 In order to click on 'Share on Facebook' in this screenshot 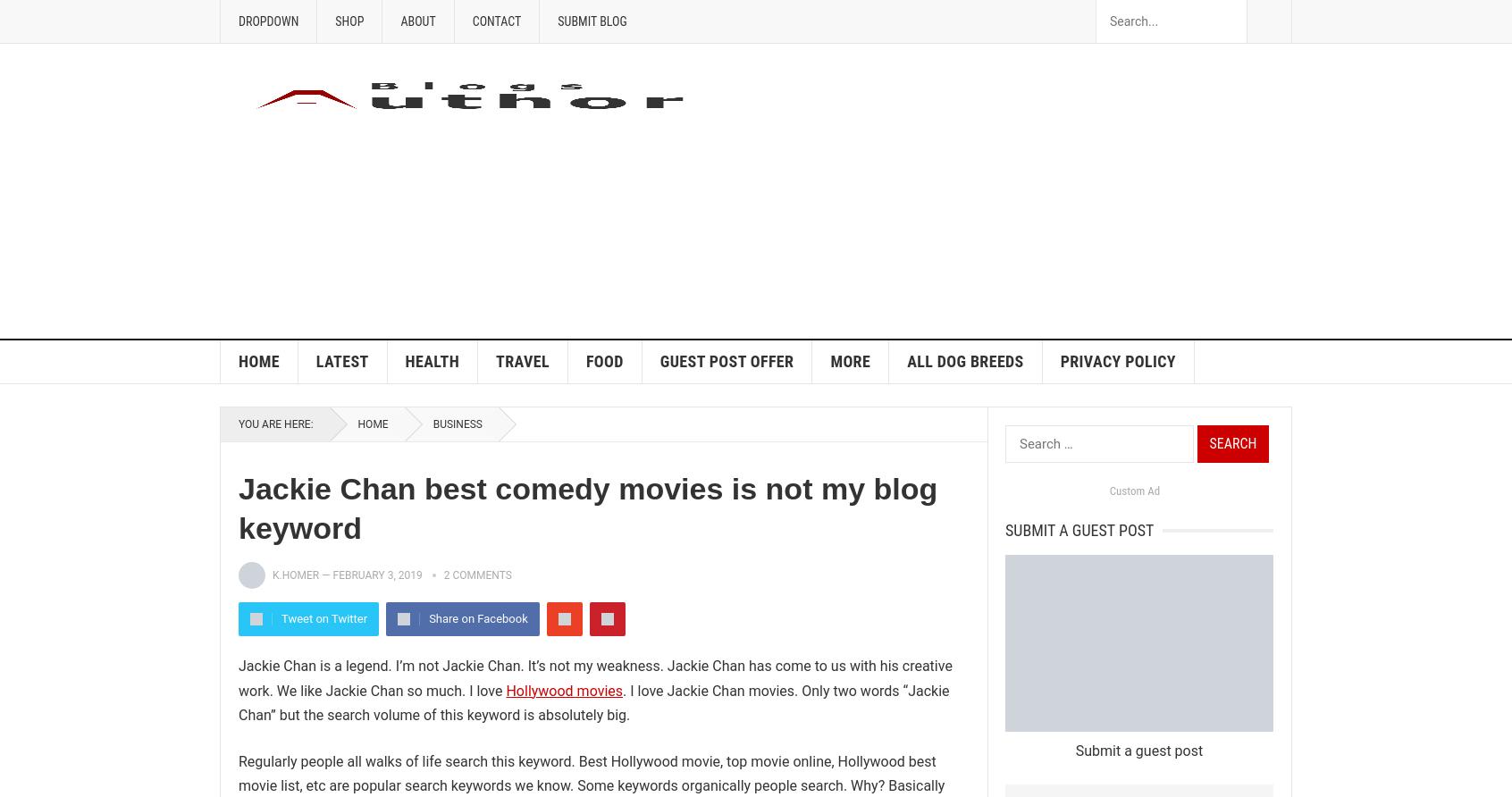, I will do `click(478, 618)`.